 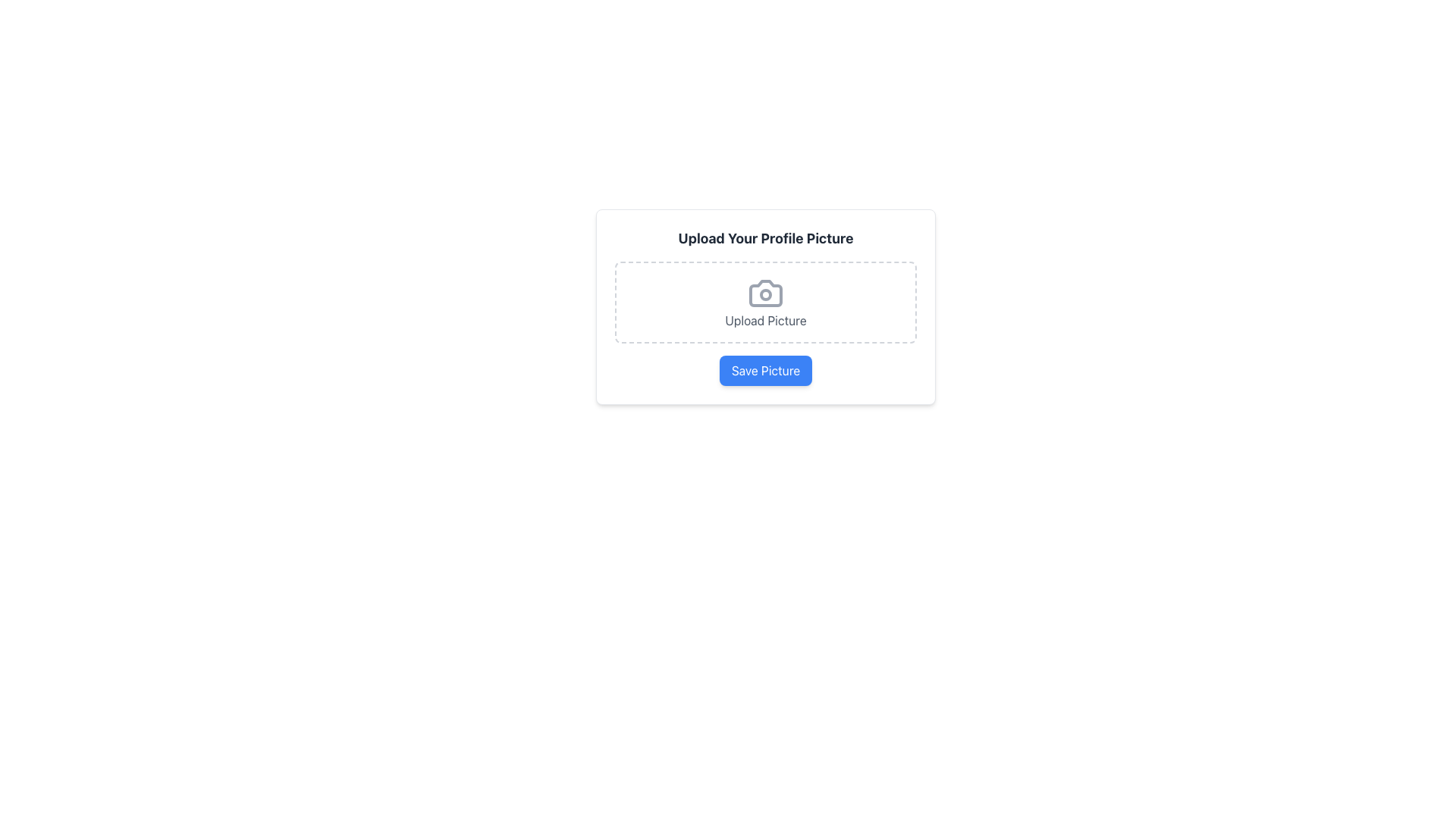 What do you see at coordinates (765, 293) in the screenshot?
I see `the camera icon located in the center of the dashed rectangular upload area labeled 'Upload Picture'` at bounding box center [765, 293].